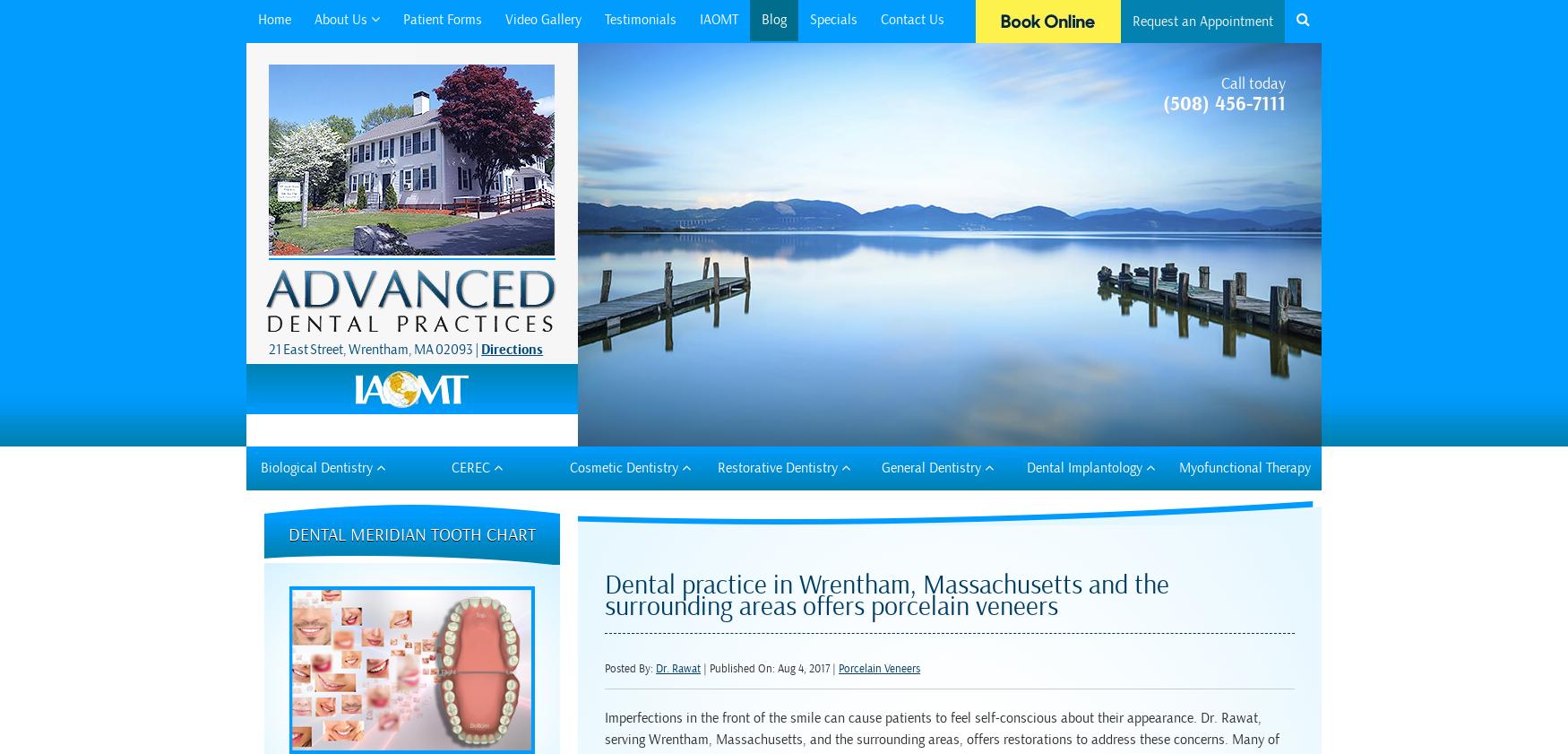 This screenshot has height=754, width=1568. What do you see at coordinates (341, 19) in the screenshot?
I see `'About Us'` at bounding box center [341, 19].